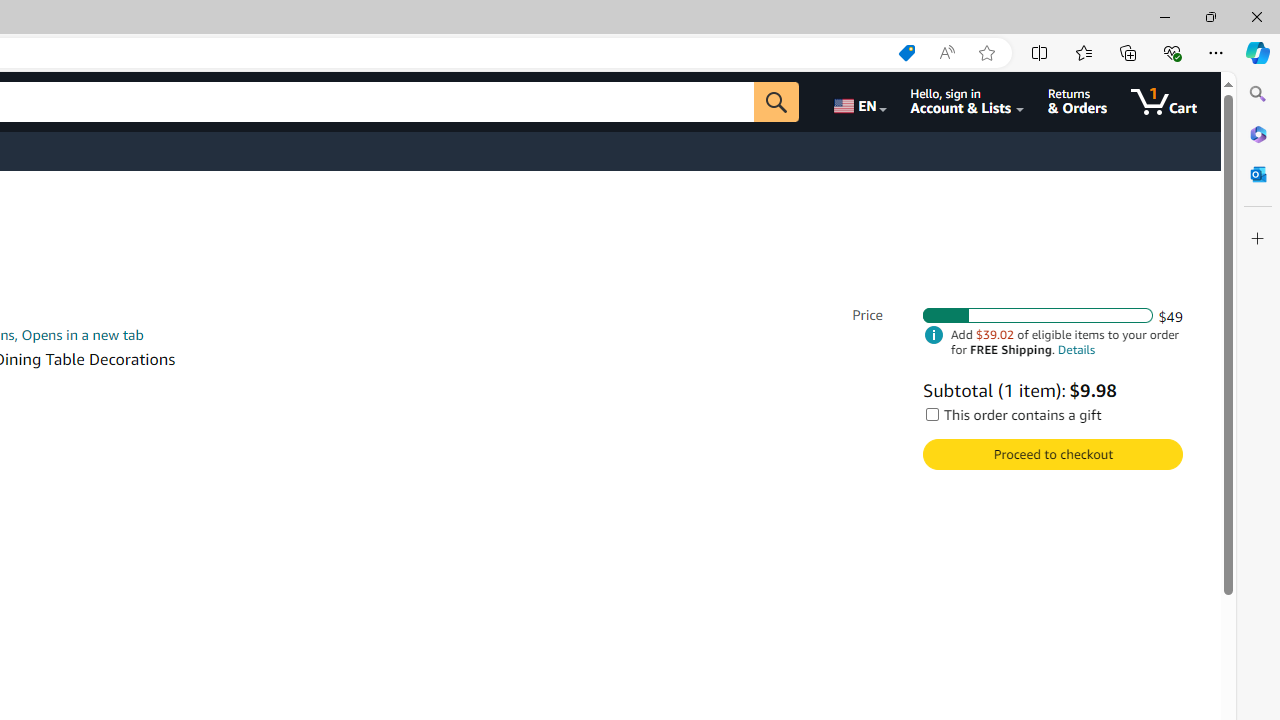 The image size is (1280, 720). I want to click on 'Details', so click(1076, 348).